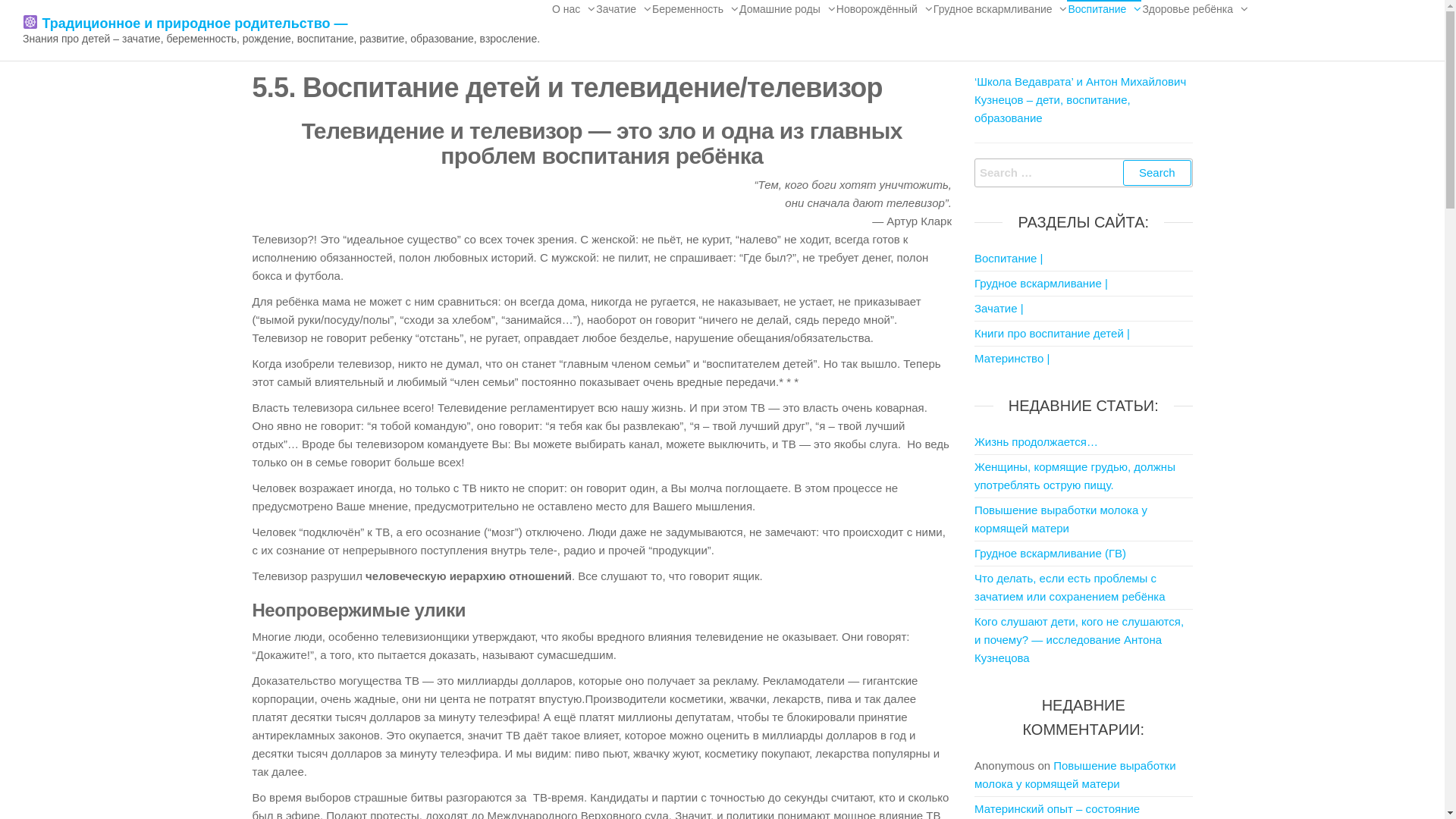 This screenshot has height=819, width=1456. Describe the element at coordinates (1156, 171) in the screenshot. I see `'Search'` at that location.